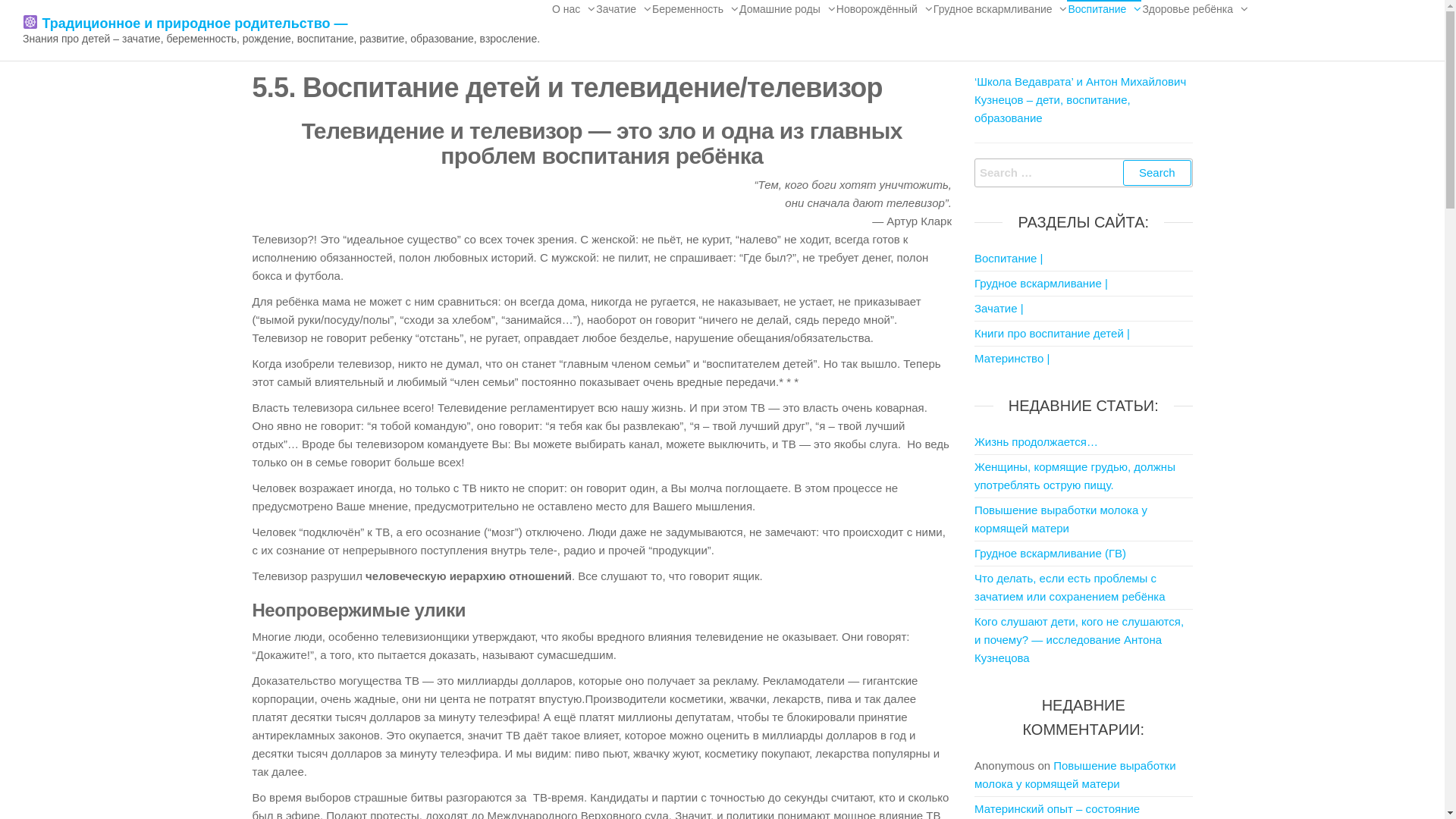 This screenshot has height=819, width=1456. Describe the element at coordinates (1156, 171) in the screenshot. I see `'Search'` at that location.